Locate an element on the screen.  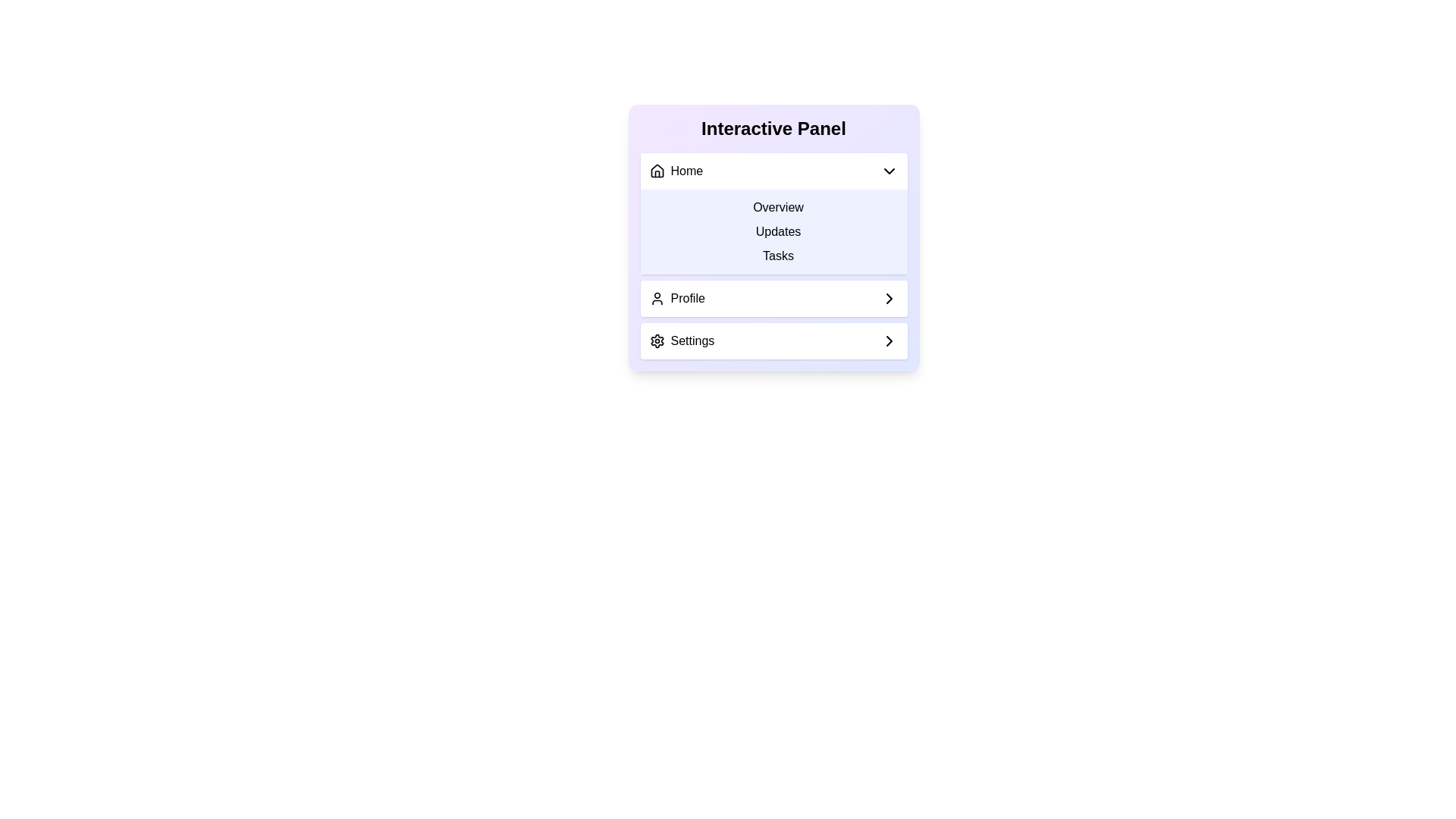
the Chevron icon (SVG) located in the Settings section of the interactive panel, which indicates additional content to the right of the Settings label is located at coordinates (889, 341).